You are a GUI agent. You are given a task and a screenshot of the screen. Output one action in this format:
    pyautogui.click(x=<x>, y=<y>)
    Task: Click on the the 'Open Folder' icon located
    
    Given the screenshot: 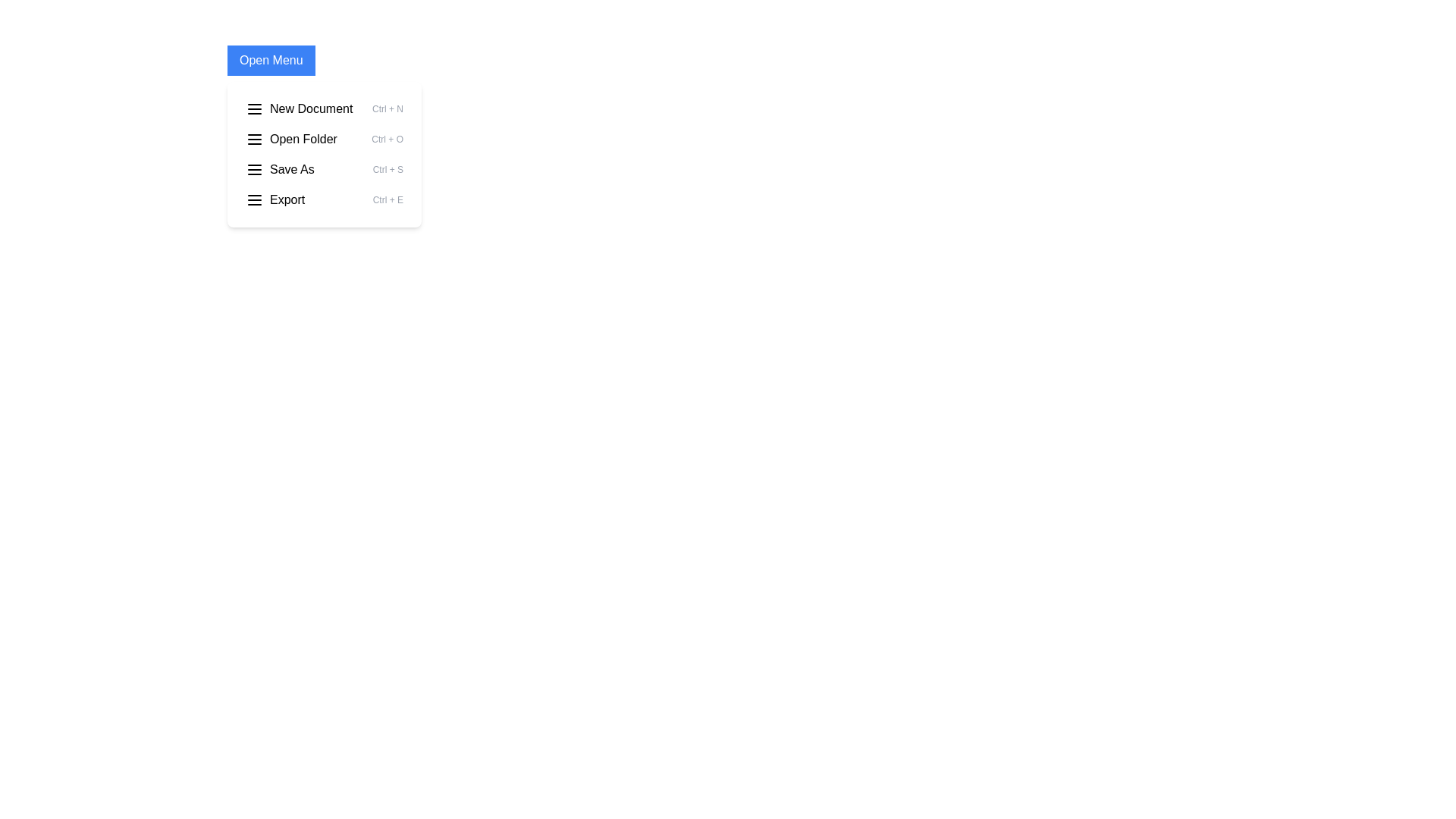 What is the action you would take?
    pyautogui.click(x=255, y=140)
    